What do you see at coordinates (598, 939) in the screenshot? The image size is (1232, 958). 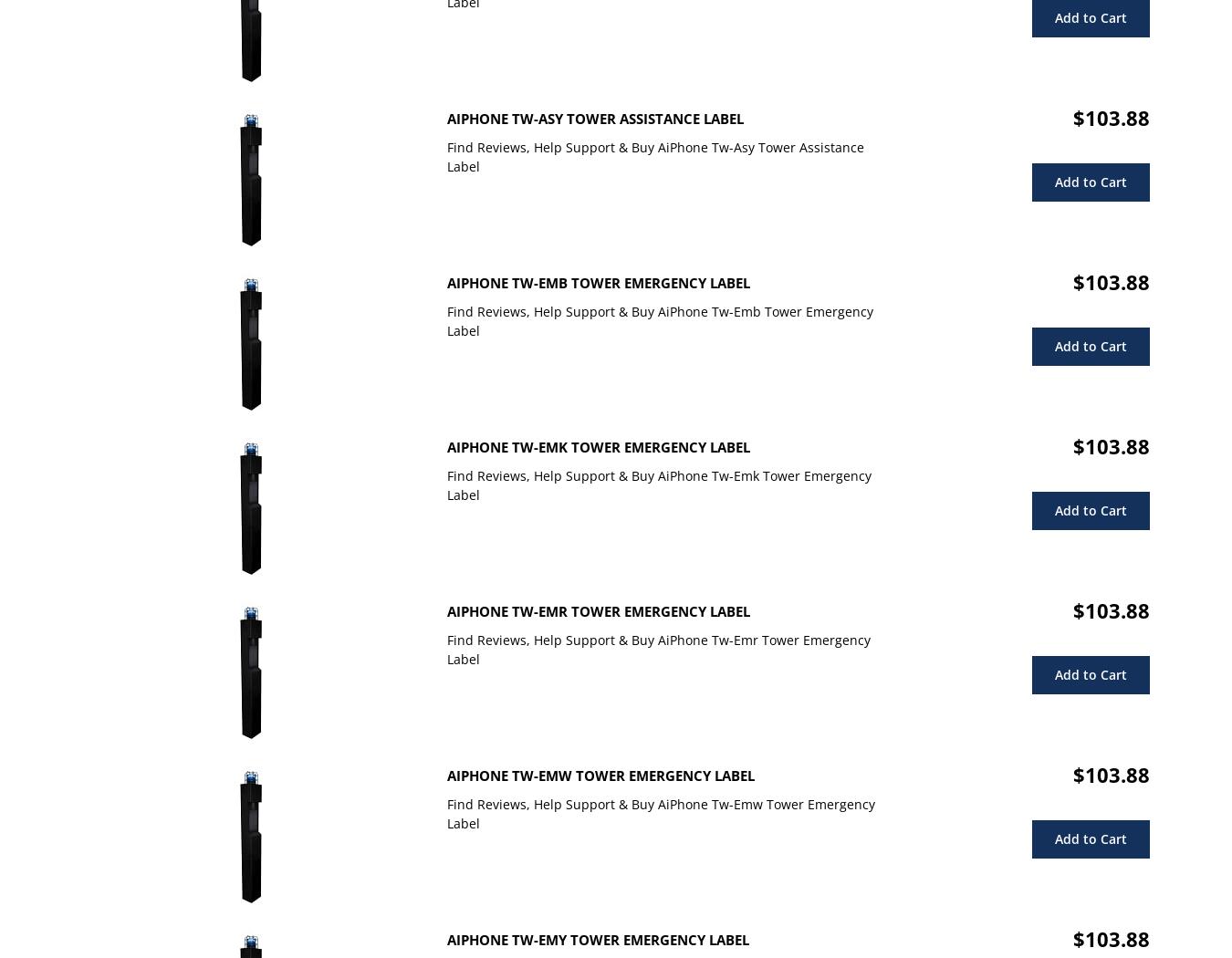 I see `'AiPhone Tw-Emy Tower Emergency Label'` at bounding box center [598, 939].